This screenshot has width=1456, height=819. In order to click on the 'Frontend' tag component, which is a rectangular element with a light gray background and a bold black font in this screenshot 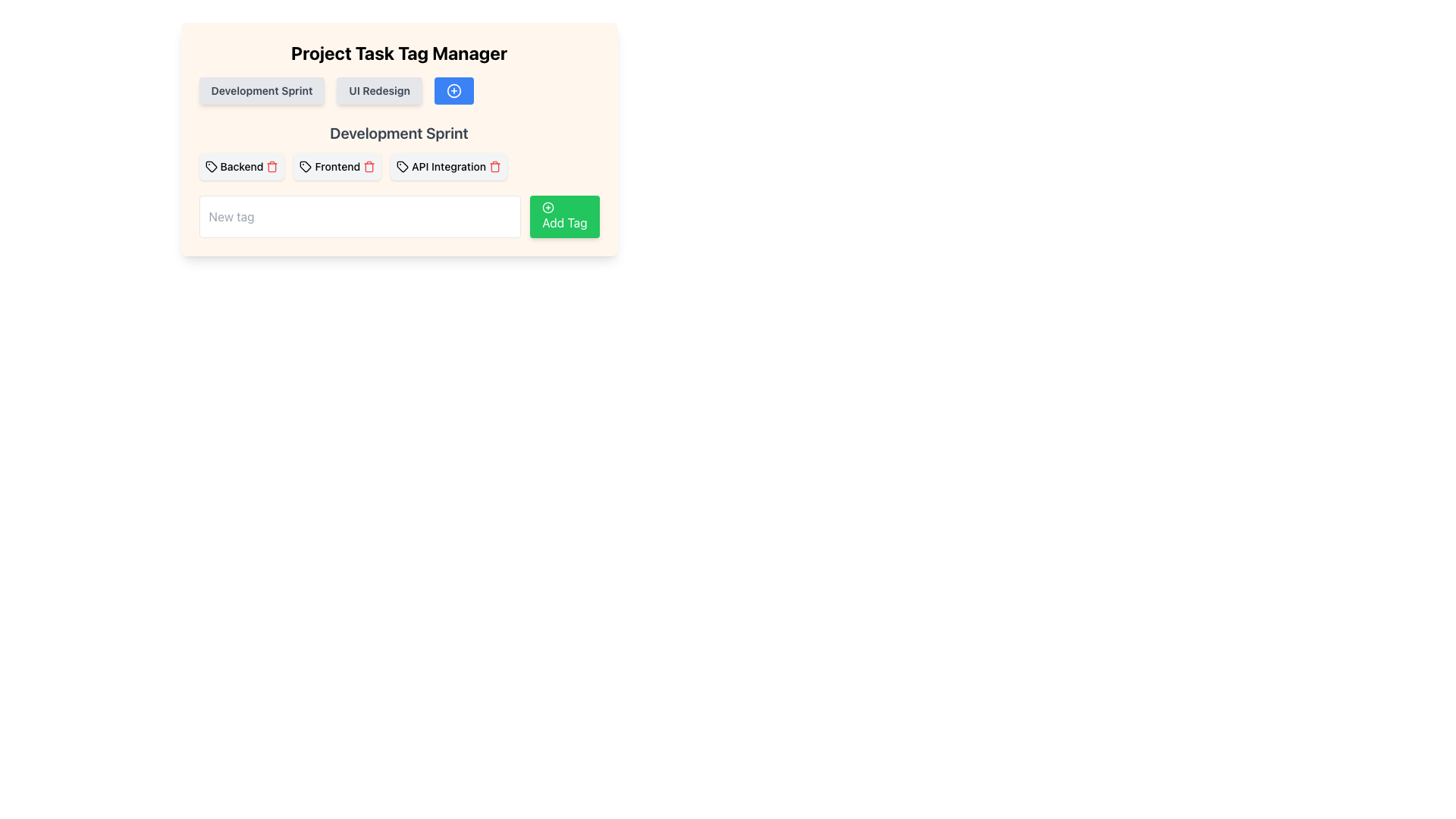, I will do `click(337, 166)`.